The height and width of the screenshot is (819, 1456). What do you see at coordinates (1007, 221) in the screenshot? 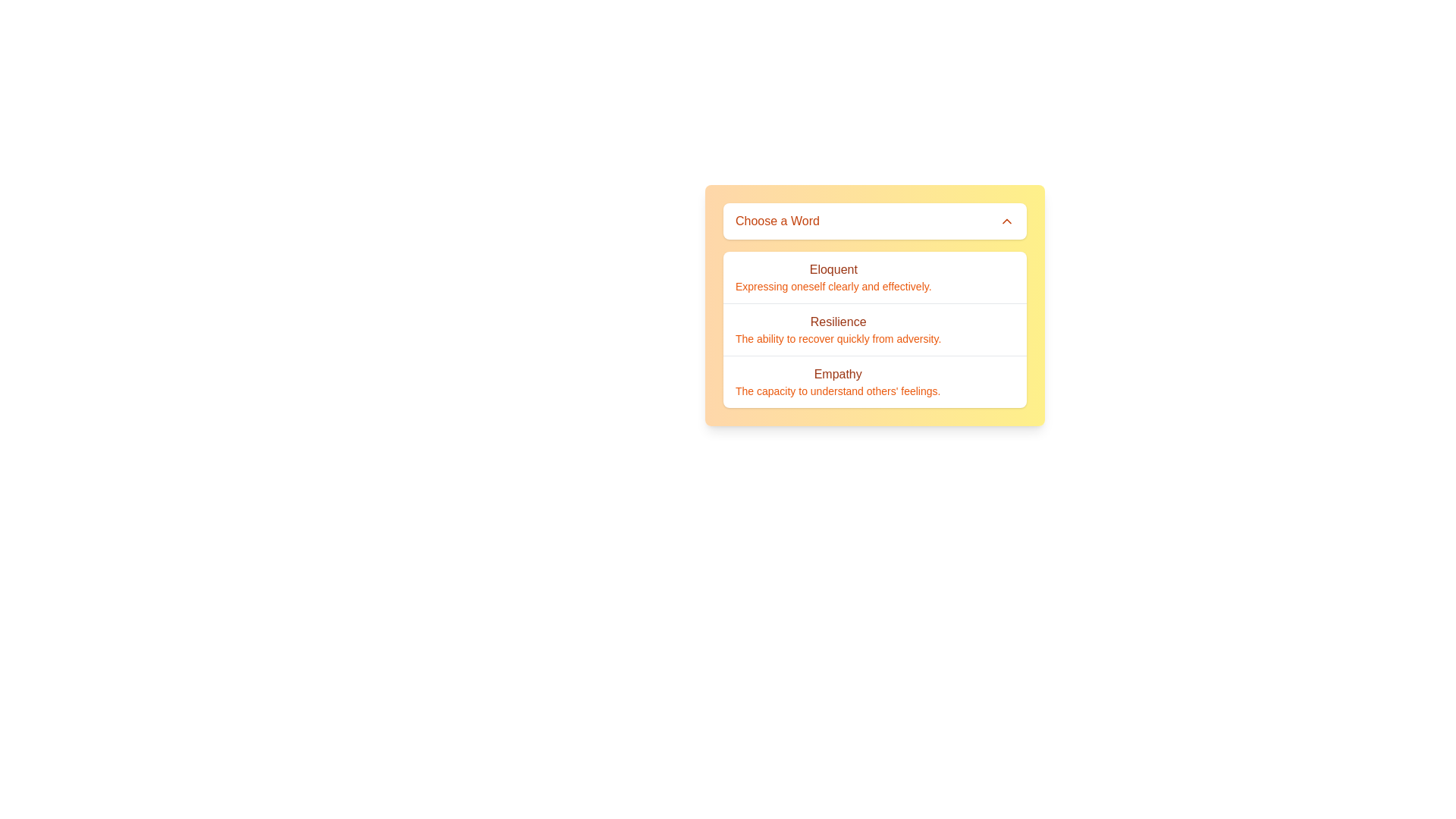
I see `the chevron icon located at the far right of the header bar containing 'Choose a Word' to review potential interactivity` at bounding box center [1007, 221].